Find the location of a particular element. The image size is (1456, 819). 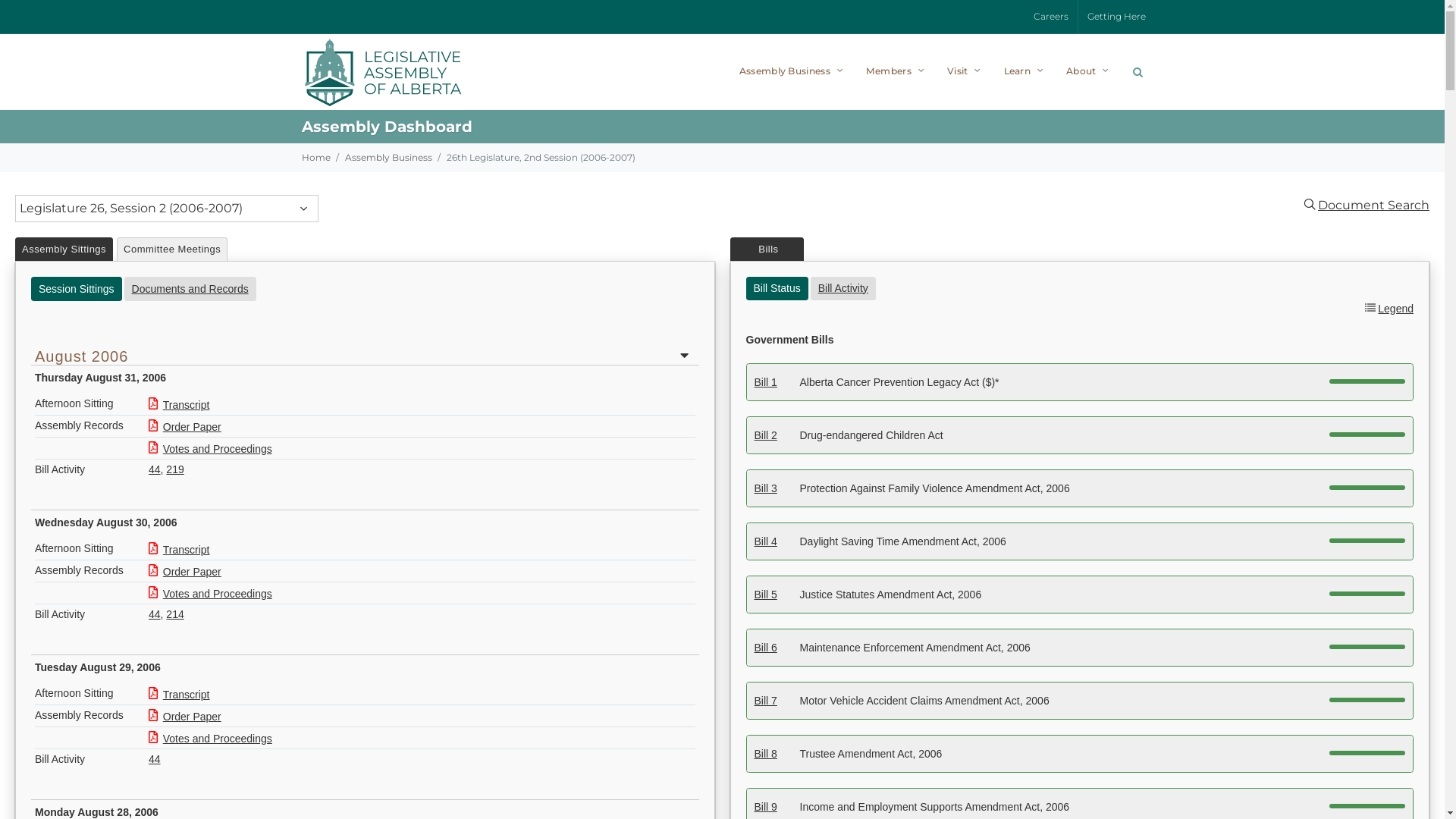

'Order Paper' is located at coordinates (184, 716).